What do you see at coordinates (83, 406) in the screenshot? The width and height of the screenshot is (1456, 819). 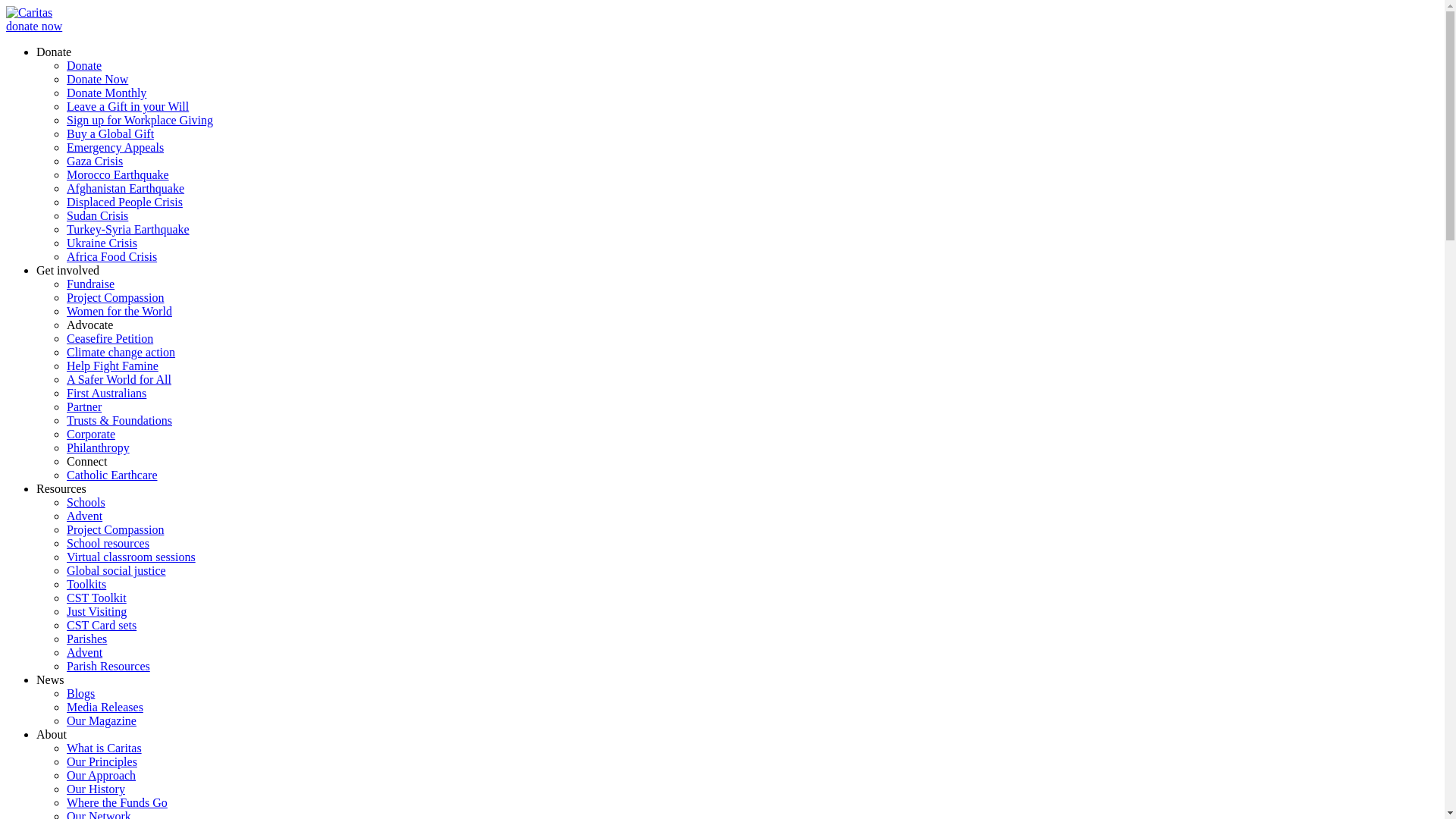 I see `'Partner'` at bounding box center [83, 406].